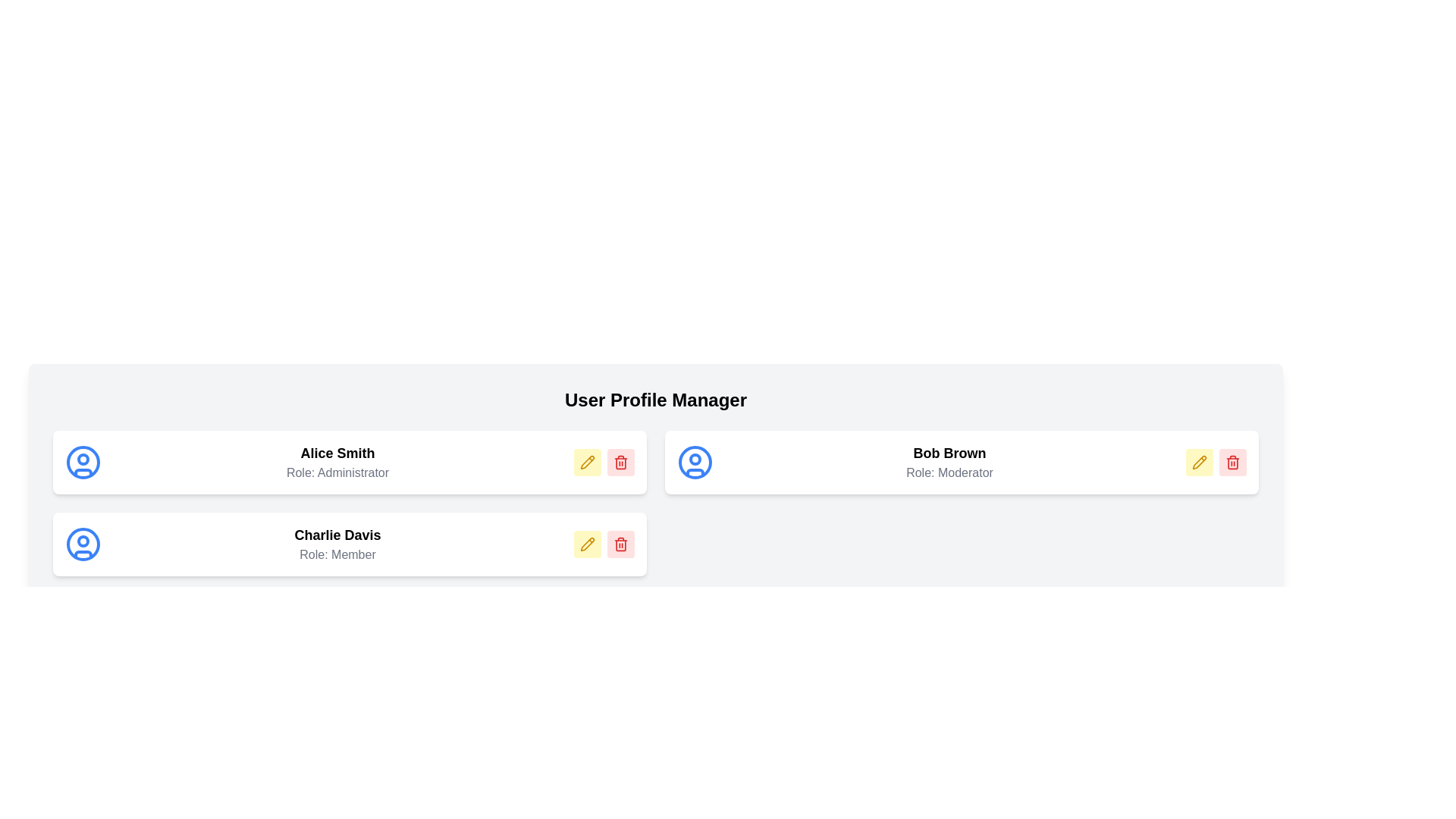 Image resolution: width=1456 pixels, height=819 pixels. What do you see at coordinates (1199, 461) in the screenshot?
I see `the edit button associated with 'Bob Brown'` at bounding box center [1199, 461].